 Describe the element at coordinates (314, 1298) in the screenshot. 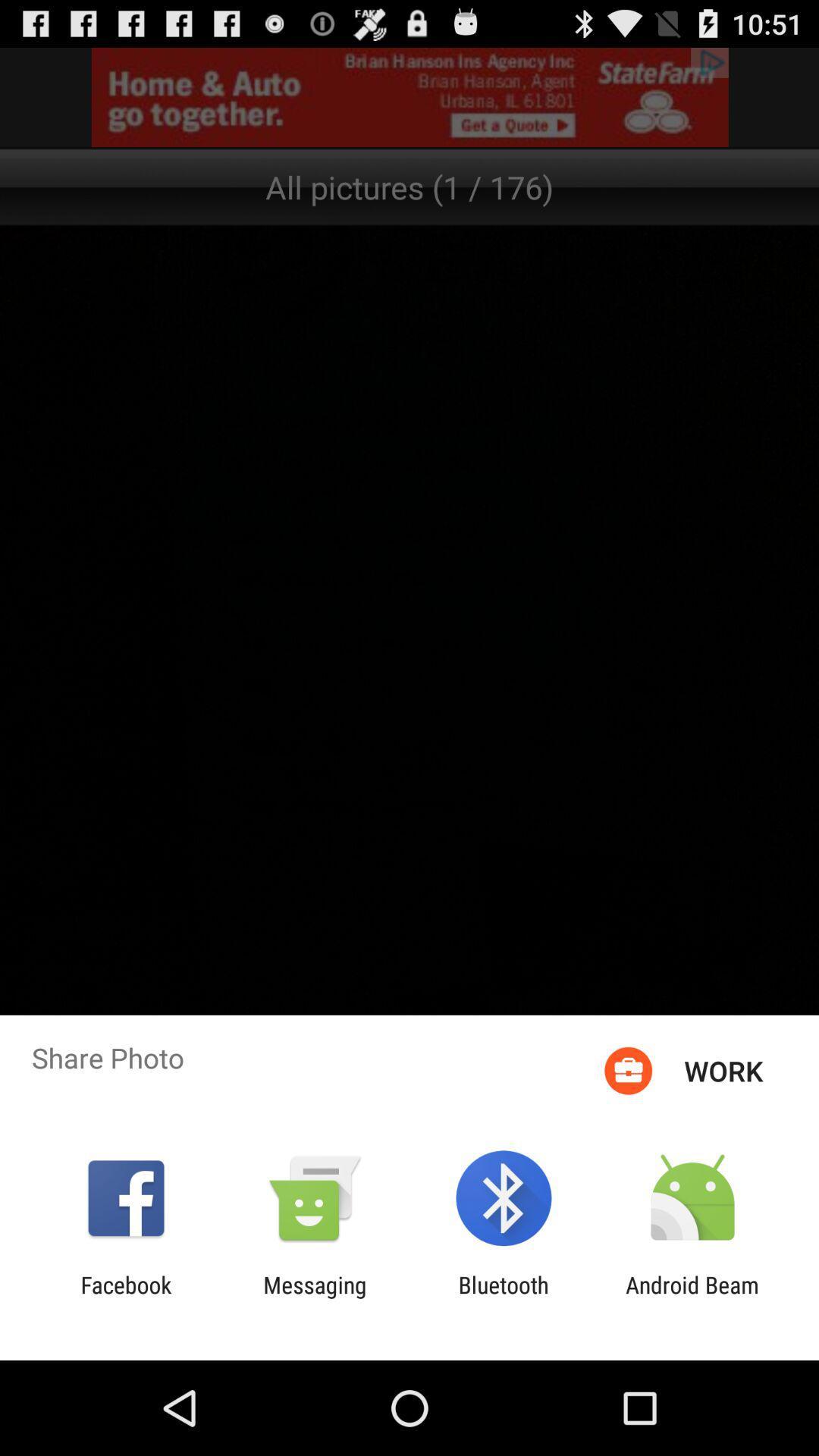

I see `the item to the left of bluetooth` at that location.